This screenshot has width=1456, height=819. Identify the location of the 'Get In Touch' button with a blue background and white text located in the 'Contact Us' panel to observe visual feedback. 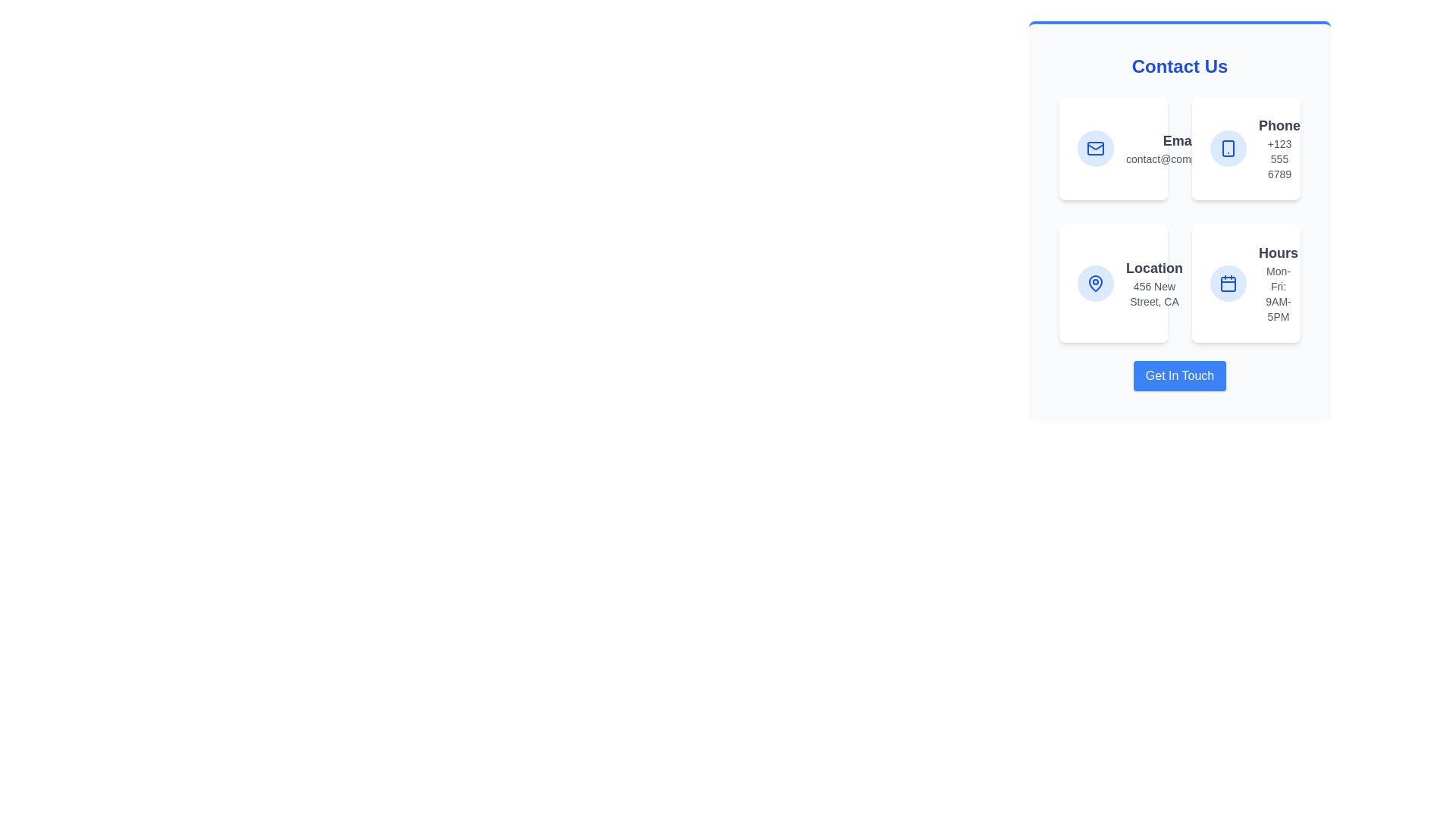
(1178, 375).